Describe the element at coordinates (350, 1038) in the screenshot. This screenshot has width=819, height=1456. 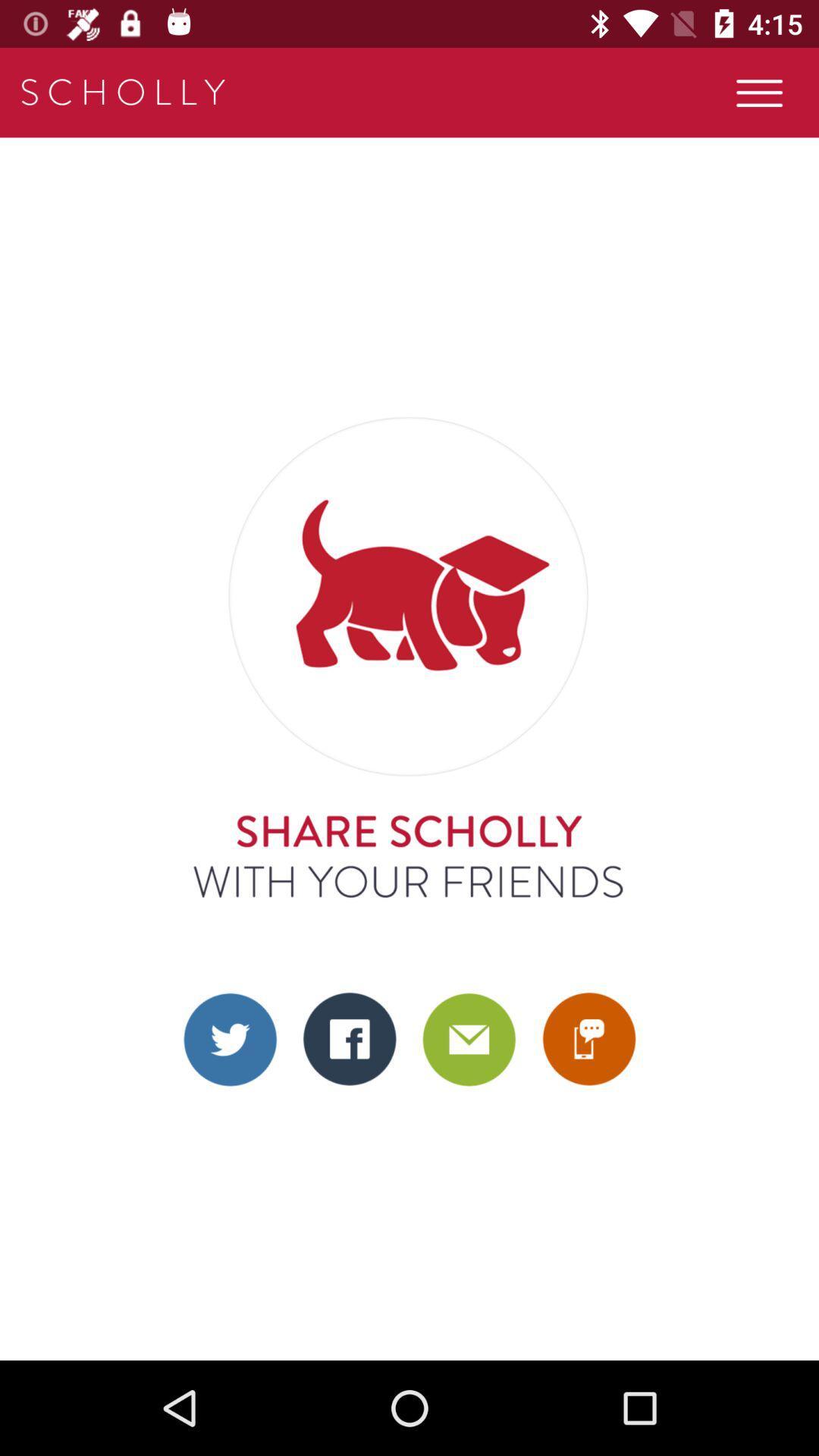
I see `the facebook icon` at that location.